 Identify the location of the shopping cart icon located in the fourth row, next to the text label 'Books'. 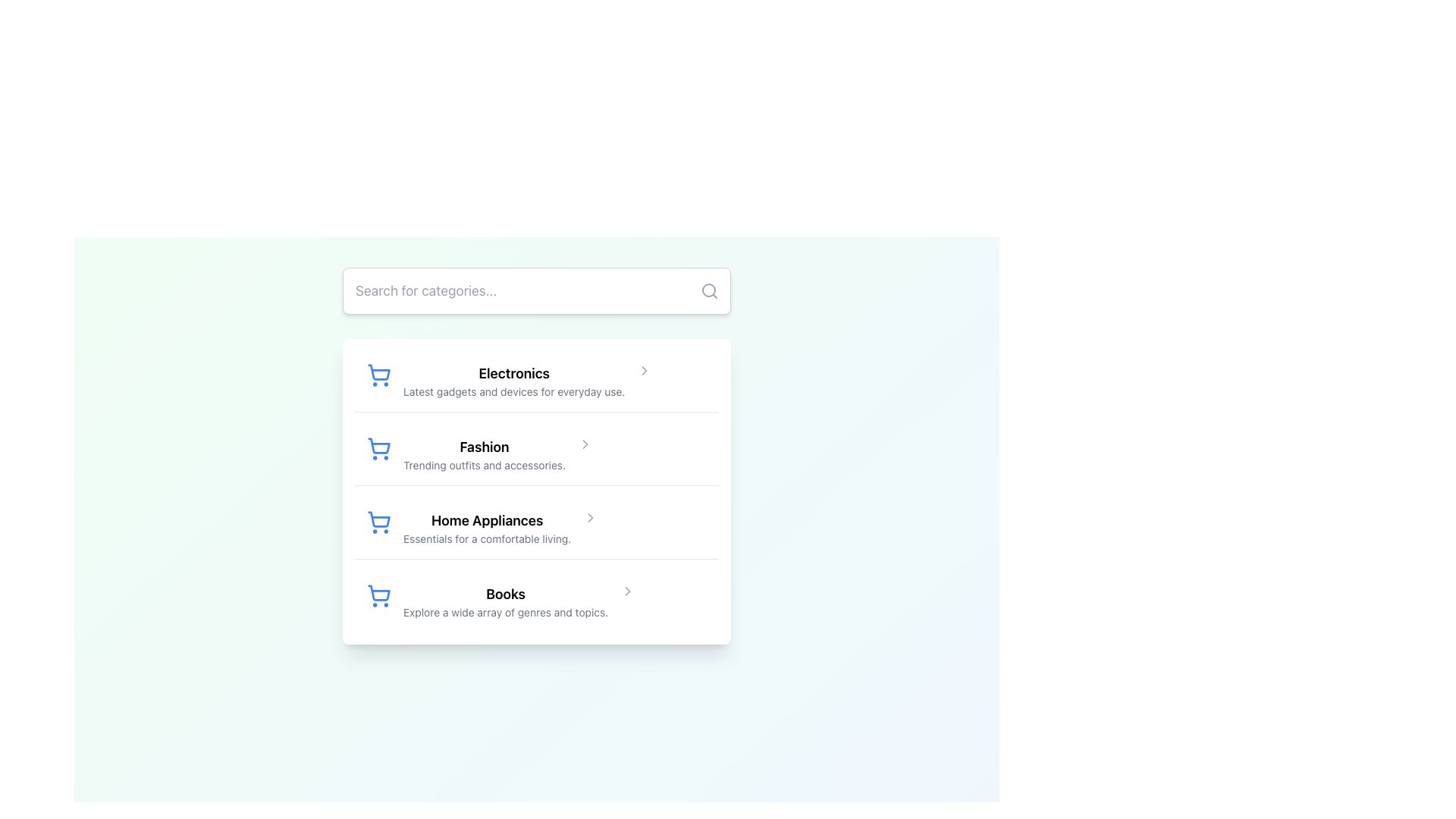
(379, 592).